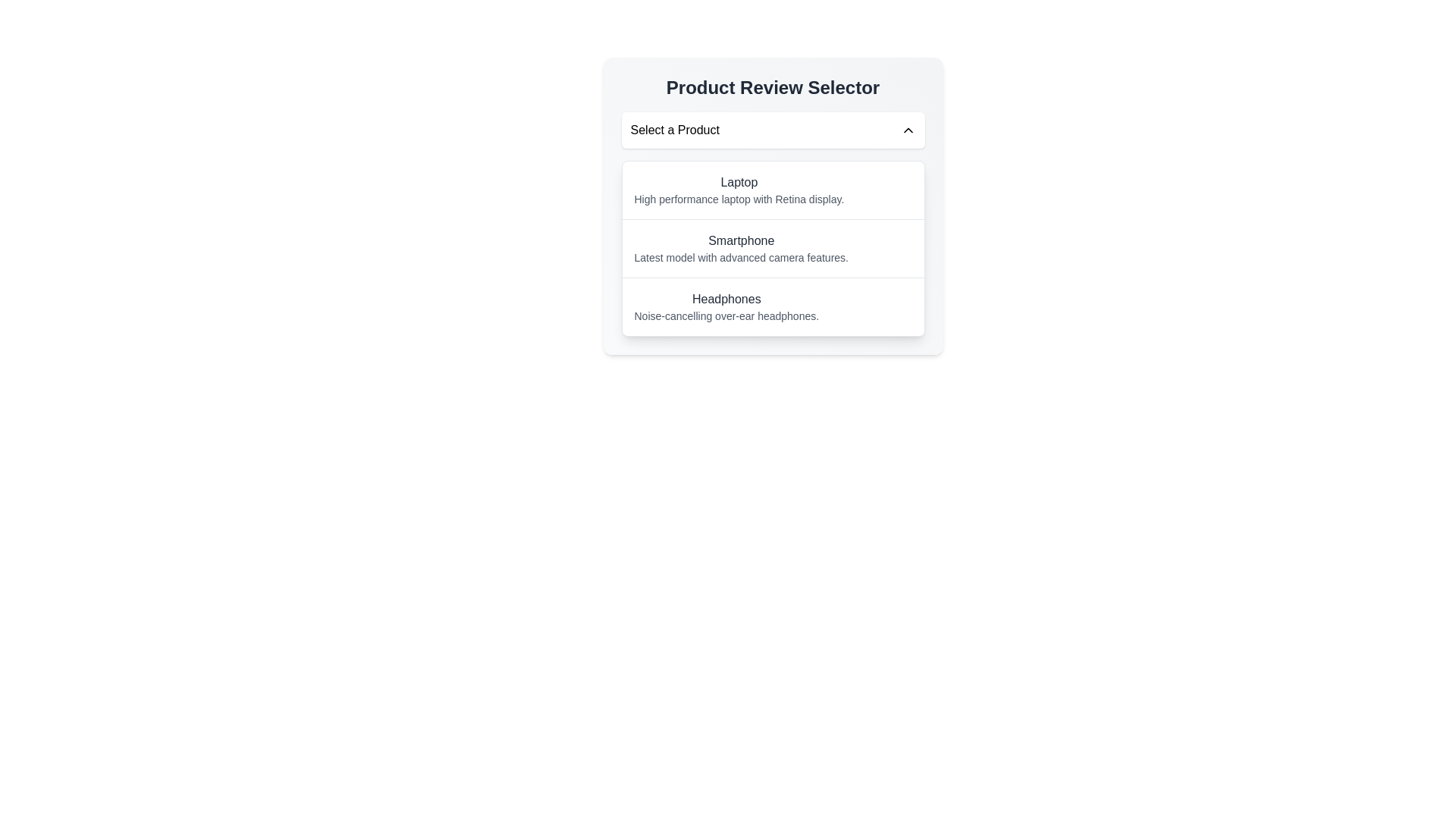  Describe the element at coordinates (741, 247) in the screenshot. I see `the second item in the dropdown menu that represents a Smartphone` at that location.